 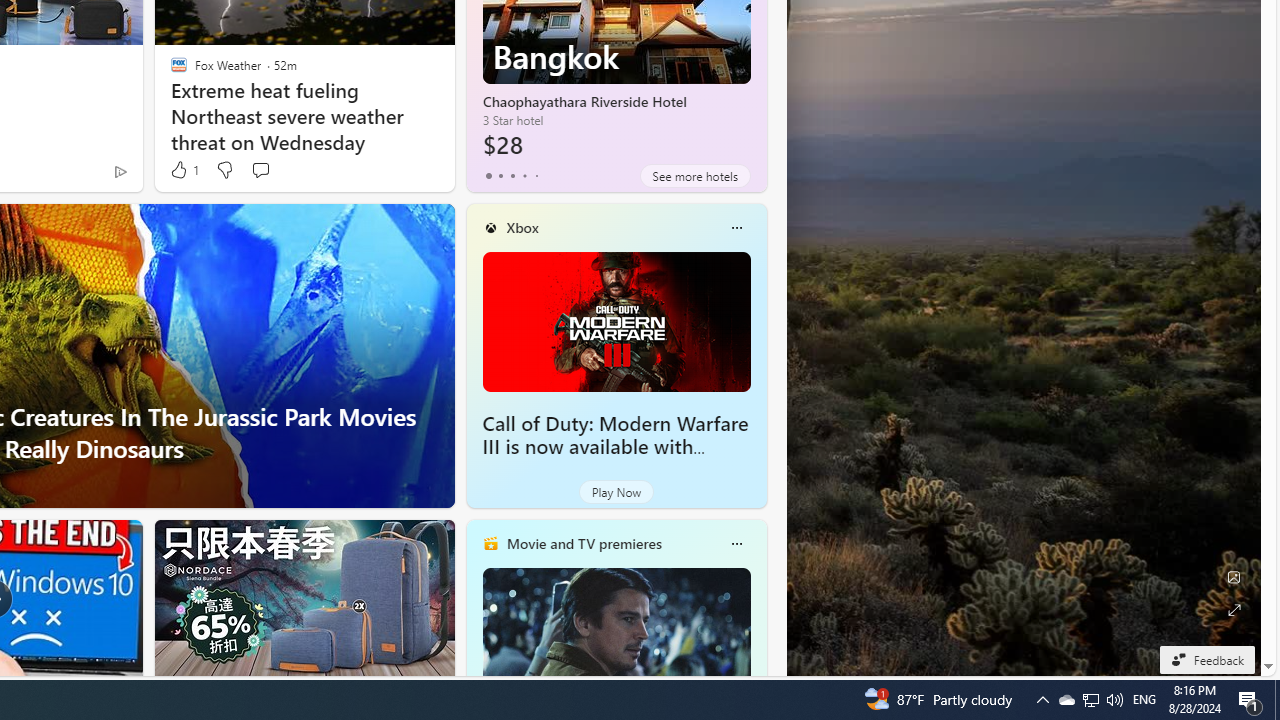 I want to click on 'Class: icon-img', so click(x=735, y=543).